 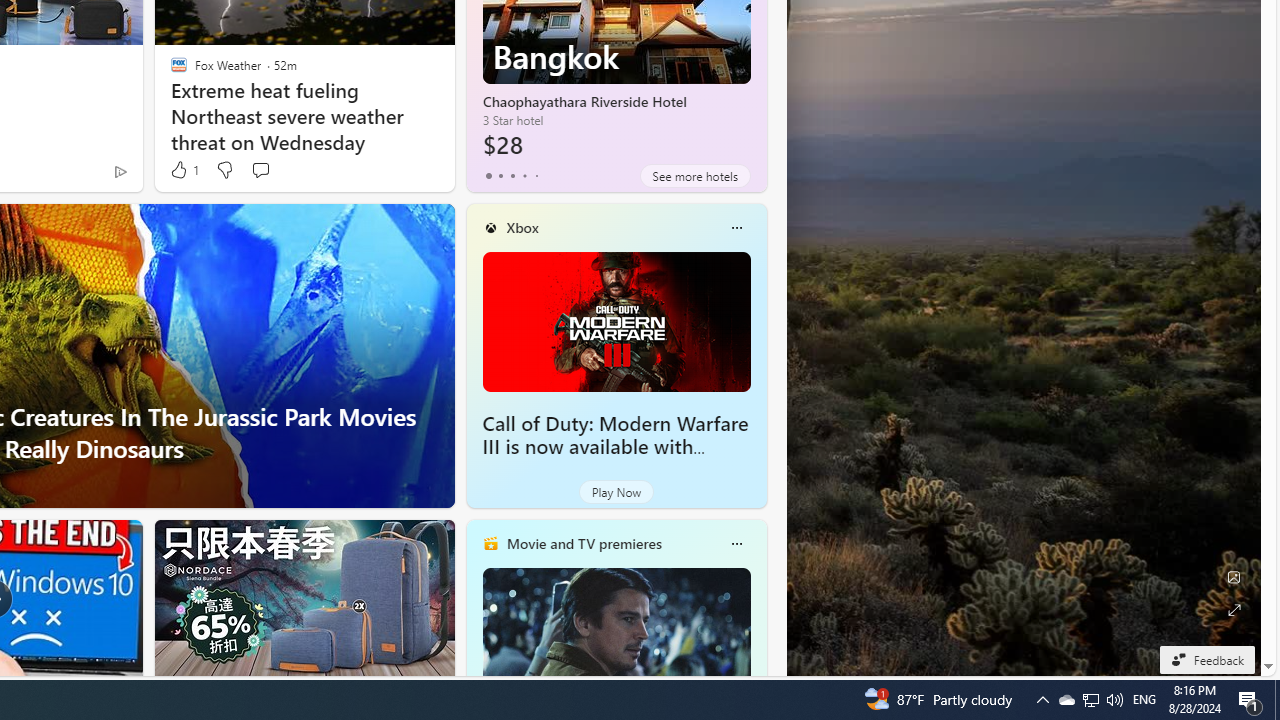 I want to click on 'Class: icon-img', so click(x=735, y=543).